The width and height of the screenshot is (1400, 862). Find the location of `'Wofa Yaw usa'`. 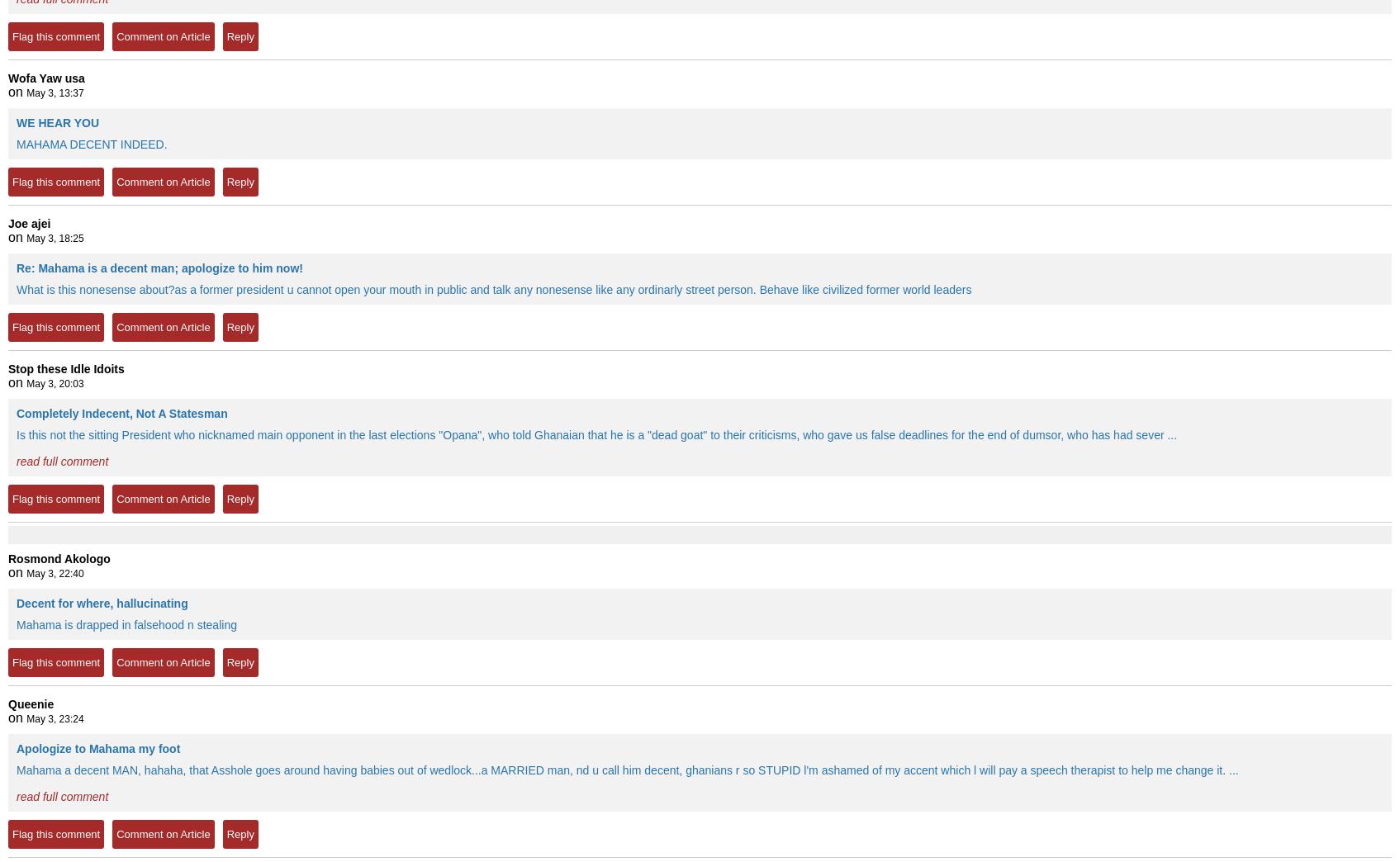

'Wofa Yaw usa' is located at coordinates (45, 78).